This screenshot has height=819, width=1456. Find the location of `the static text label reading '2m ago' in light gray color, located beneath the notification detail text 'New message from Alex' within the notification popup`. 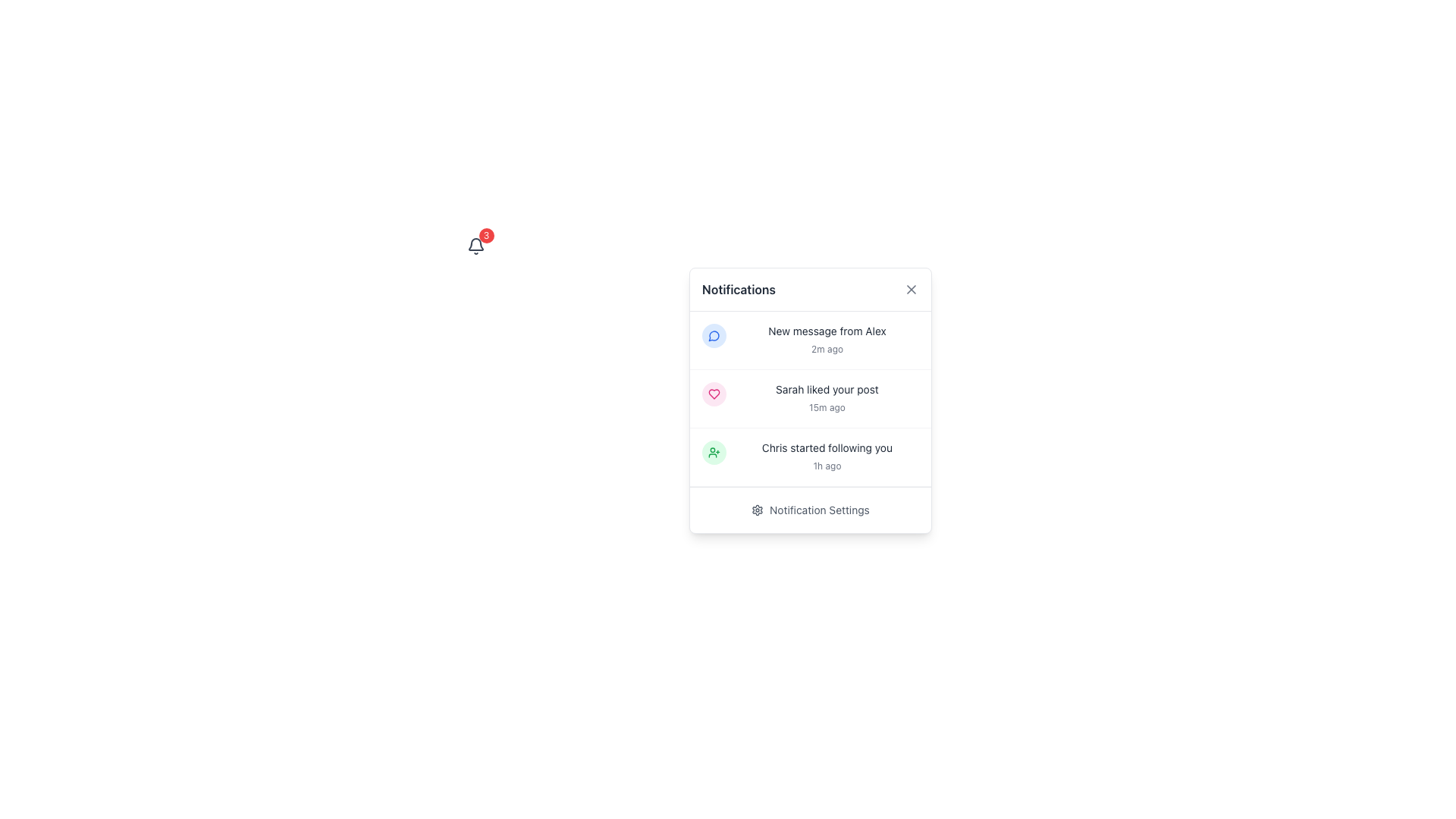

the static text label reading '2m ago' in light gray color, located beneath the notification detail text 'New message from Alex' within the notification popup is located at coordinates (826, 349).